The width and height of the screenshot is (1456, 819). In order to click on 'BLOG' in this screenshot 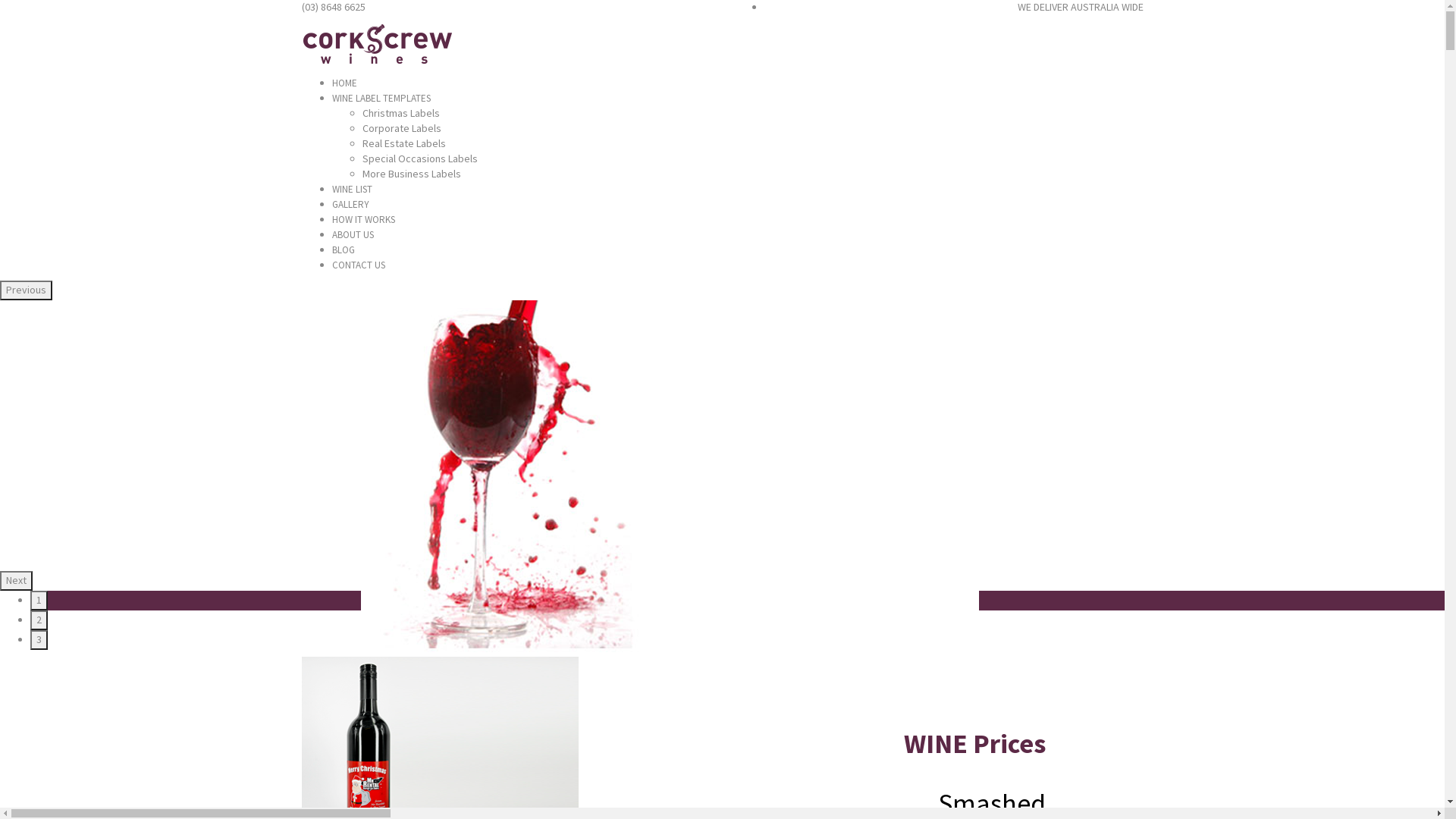, I will do `click(342, 249)`.